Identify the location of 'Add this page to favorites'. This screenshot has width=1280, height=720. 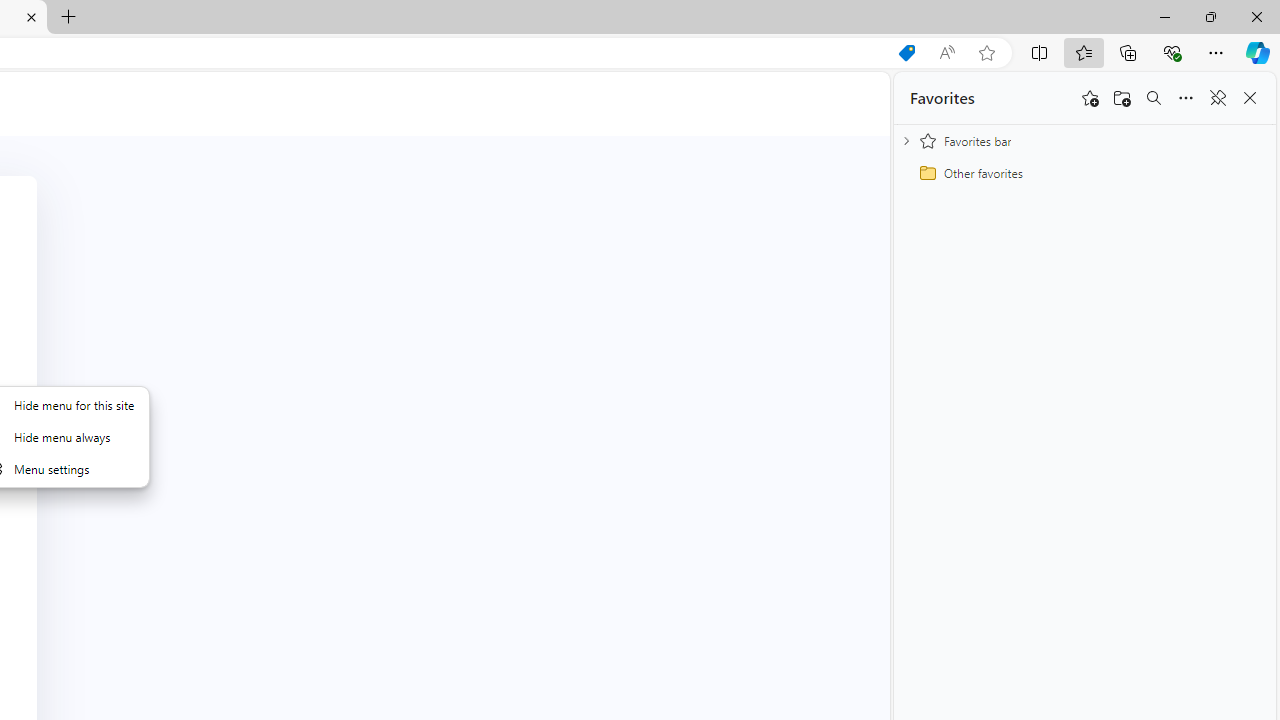
(1088, 98).